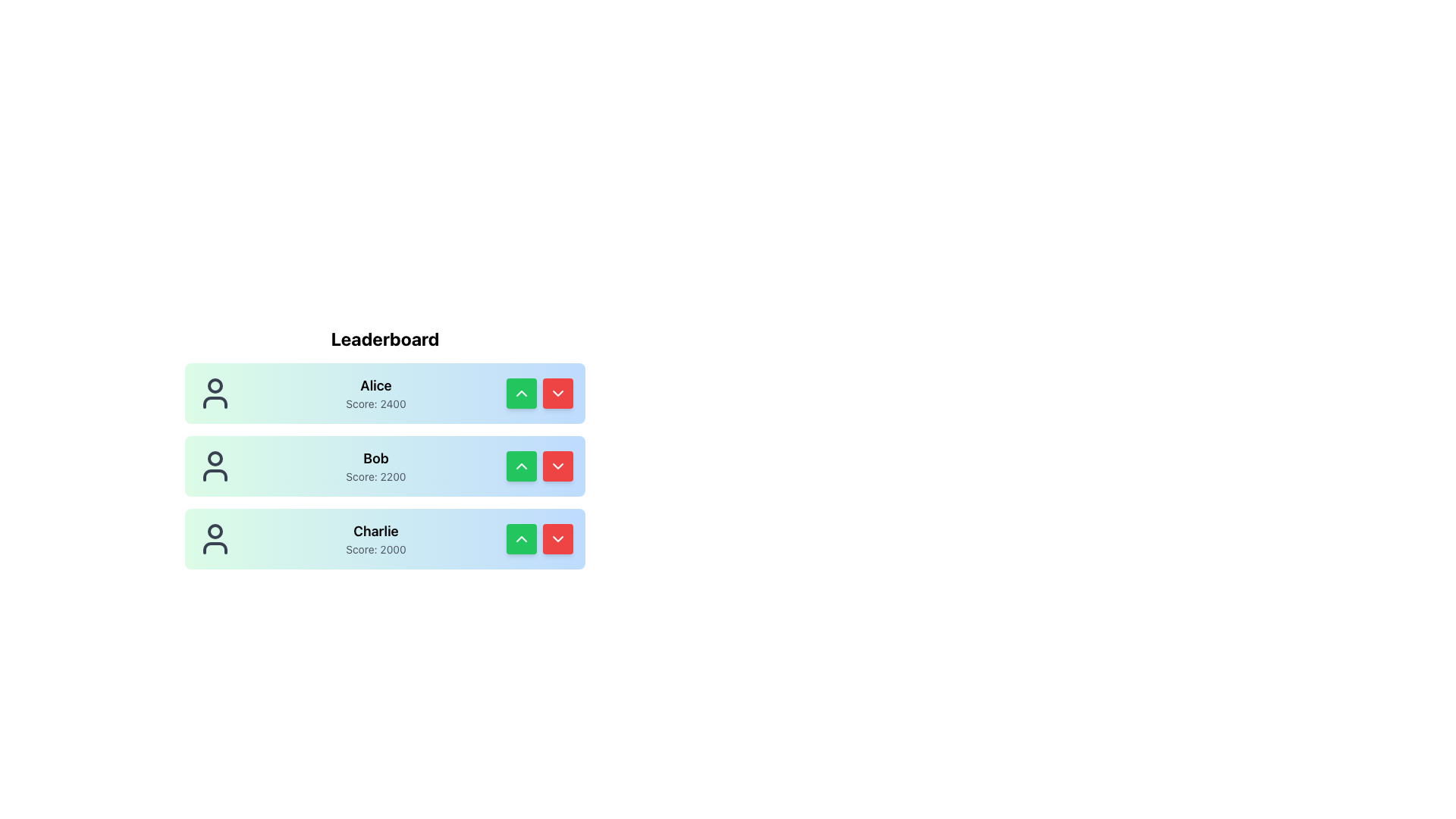  What do you see at coordinates (557, 465) in the screenshot?
I see `the small, square, bright red button with a downward-facing chevron icon` at bounding box center [557, 465].